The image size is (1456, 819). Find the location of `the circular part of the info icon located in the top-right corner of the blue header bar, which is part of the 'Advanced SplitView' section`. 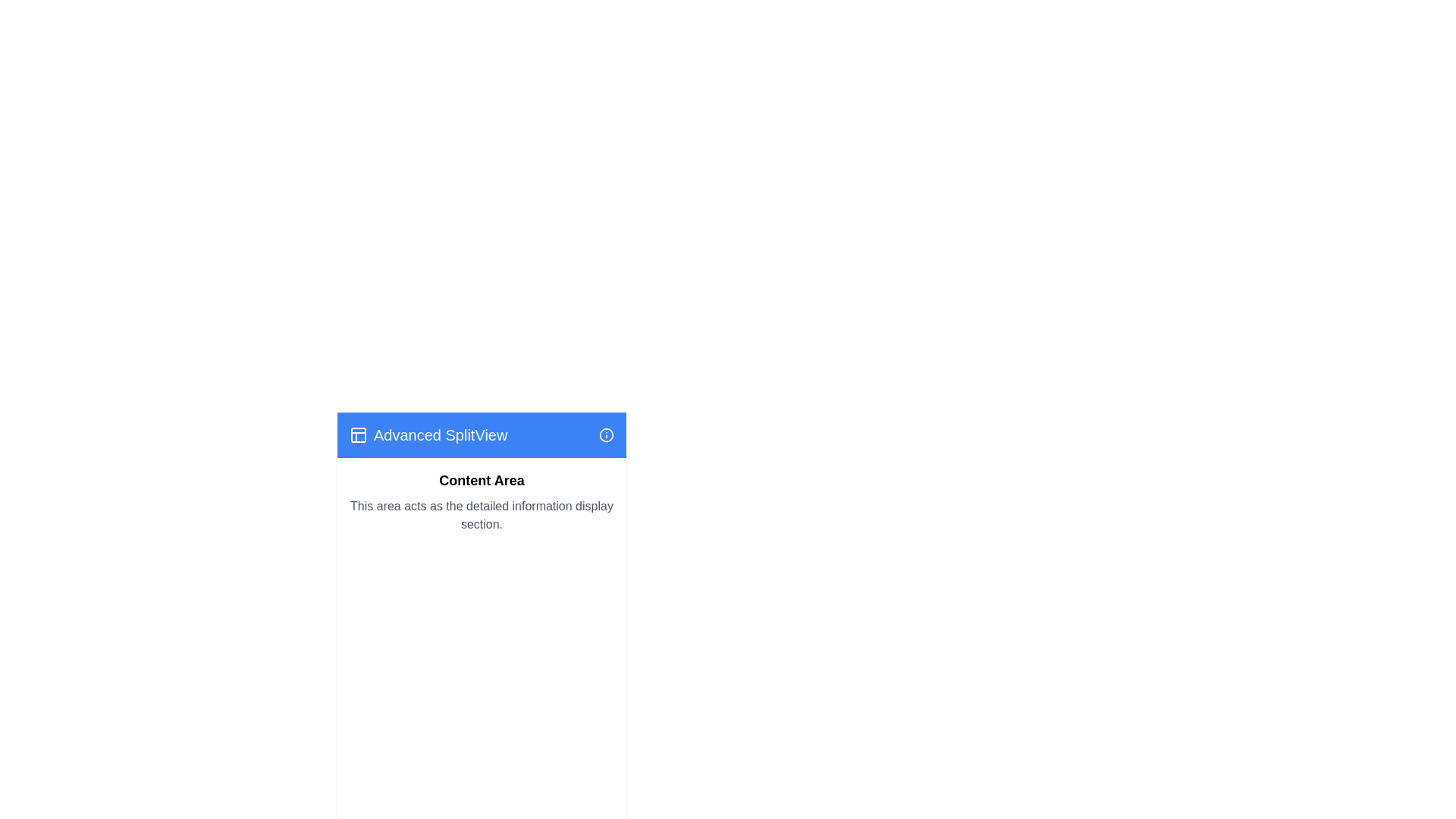

the circular part of the info icon located in the top-right corner of the blue header bar, which is part of the 'Advanced SplitView' section is located at coordinates (607, 435).